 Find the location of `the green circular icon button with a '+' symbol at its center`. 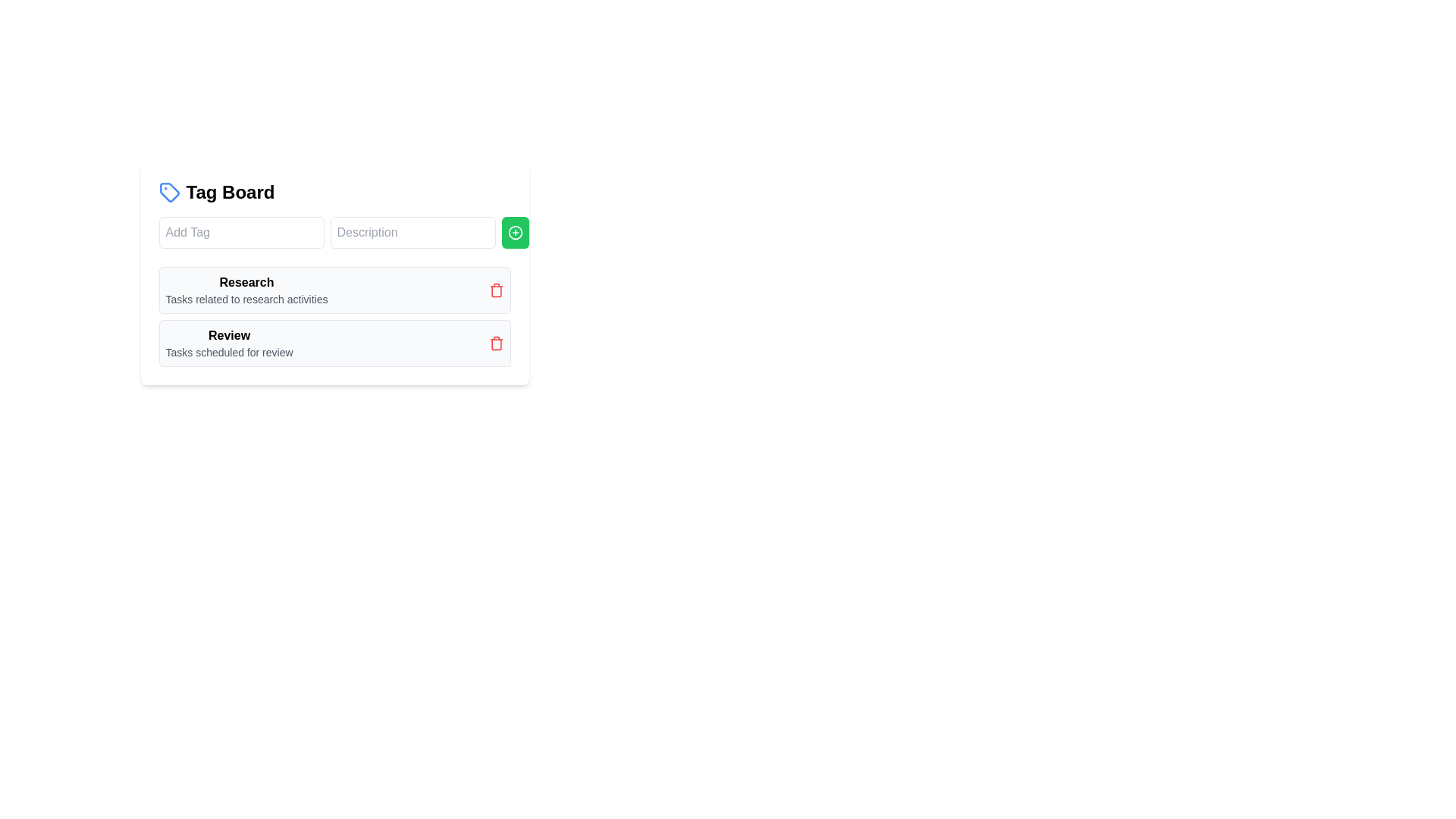

the green circular icon button with a '+' symbol at its center is located at coordinates (515, 233).